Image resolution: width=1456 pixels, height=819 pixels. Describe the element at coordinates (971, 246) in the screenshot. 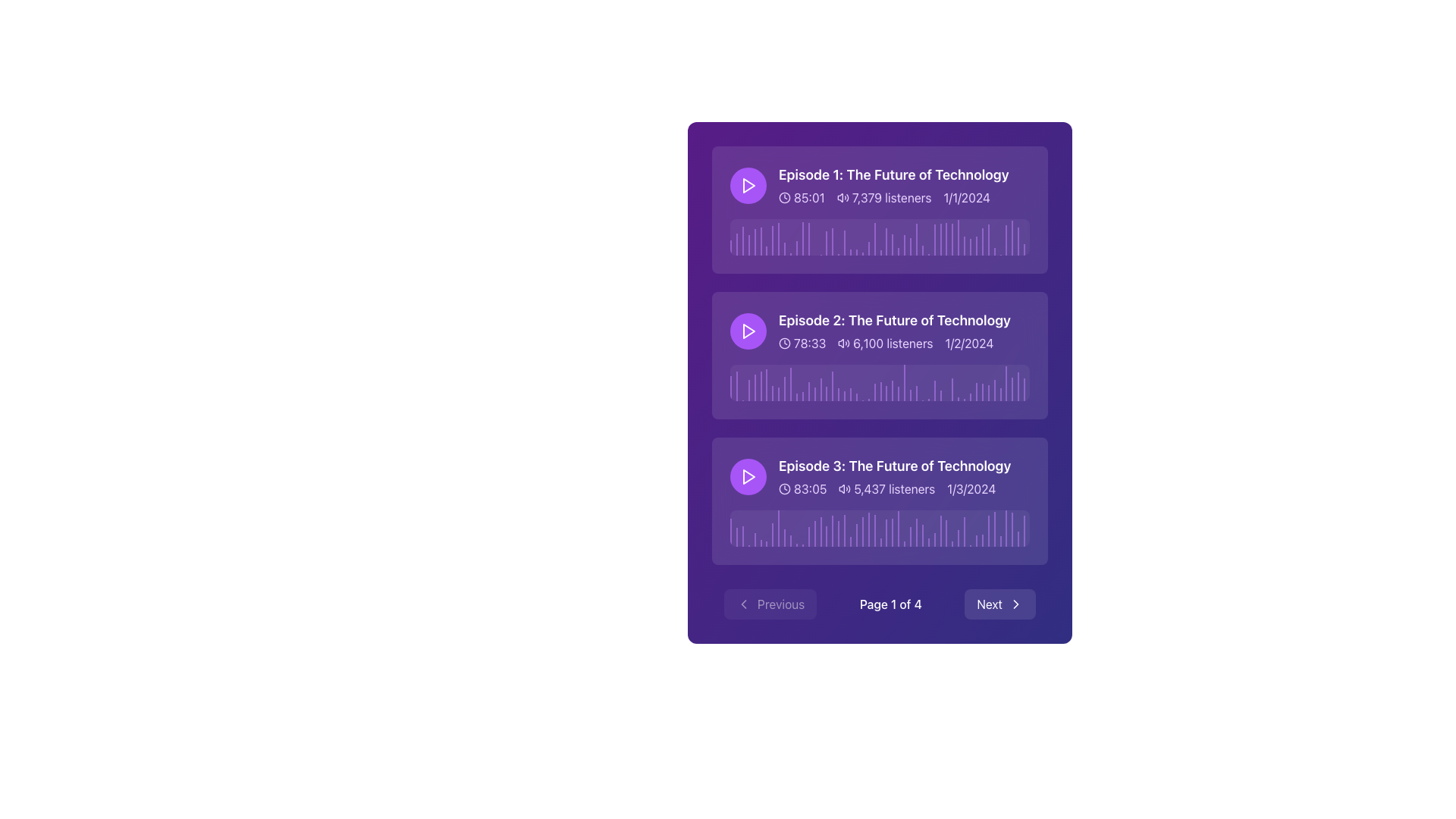

I see `the 41st purple, semi-transparent Waveform Bar located in the graphical representation of sound waves` at that location.